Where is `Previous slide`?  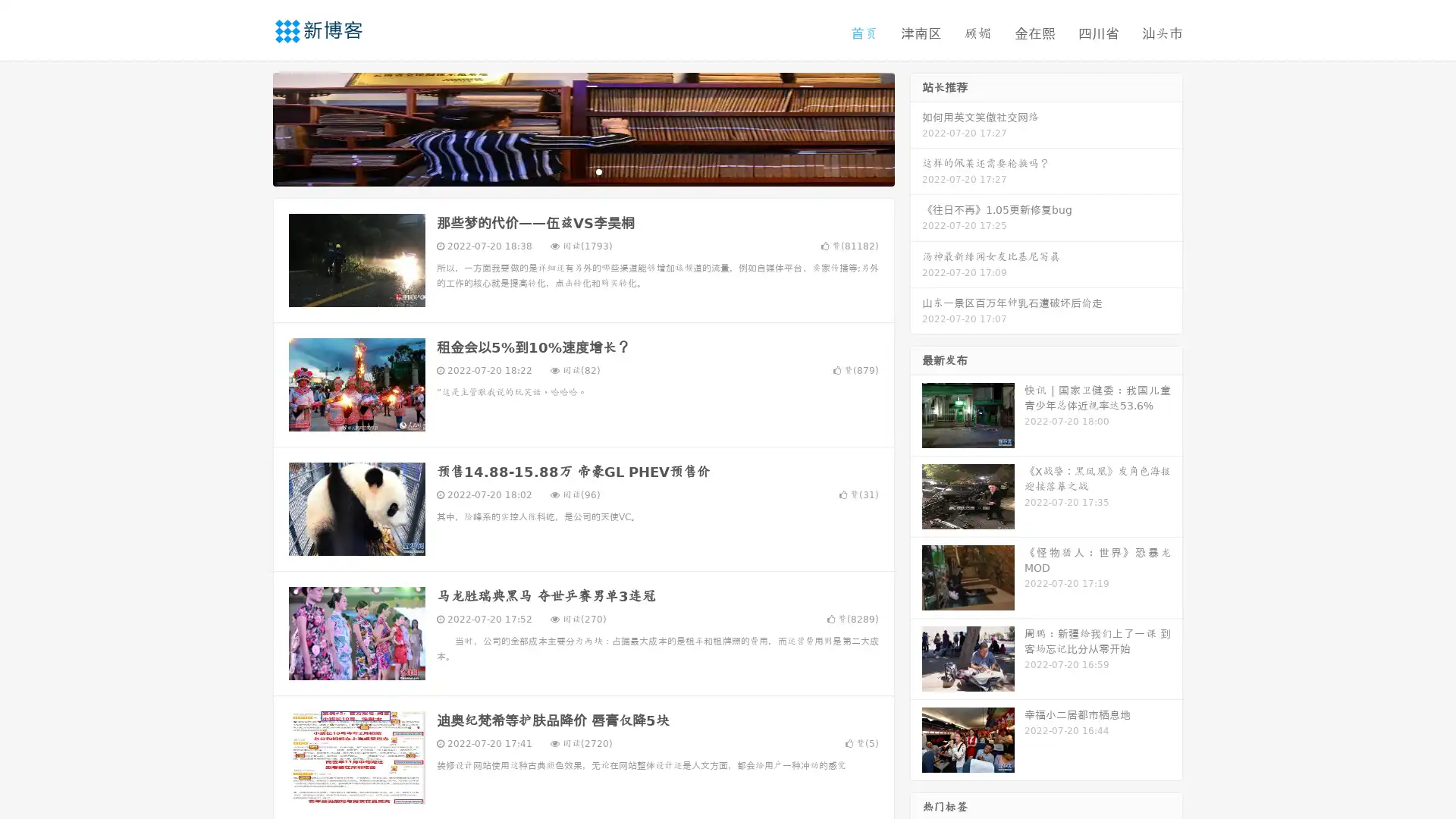
Previous slide is located at coordinates (250, 127).